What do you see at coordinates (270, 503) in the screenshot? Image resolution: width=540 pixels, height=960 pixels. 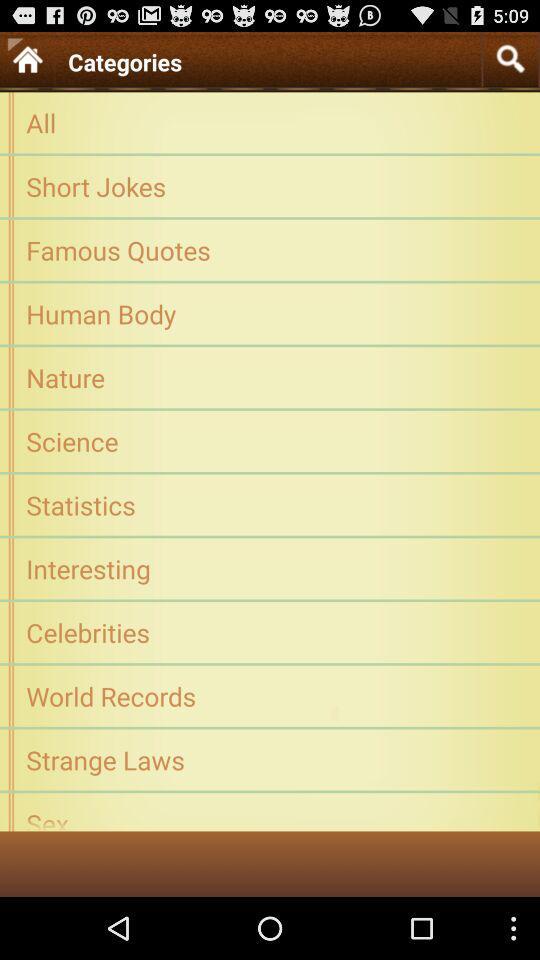 I see `icon above interesting app` at bounding box center [270, 503].